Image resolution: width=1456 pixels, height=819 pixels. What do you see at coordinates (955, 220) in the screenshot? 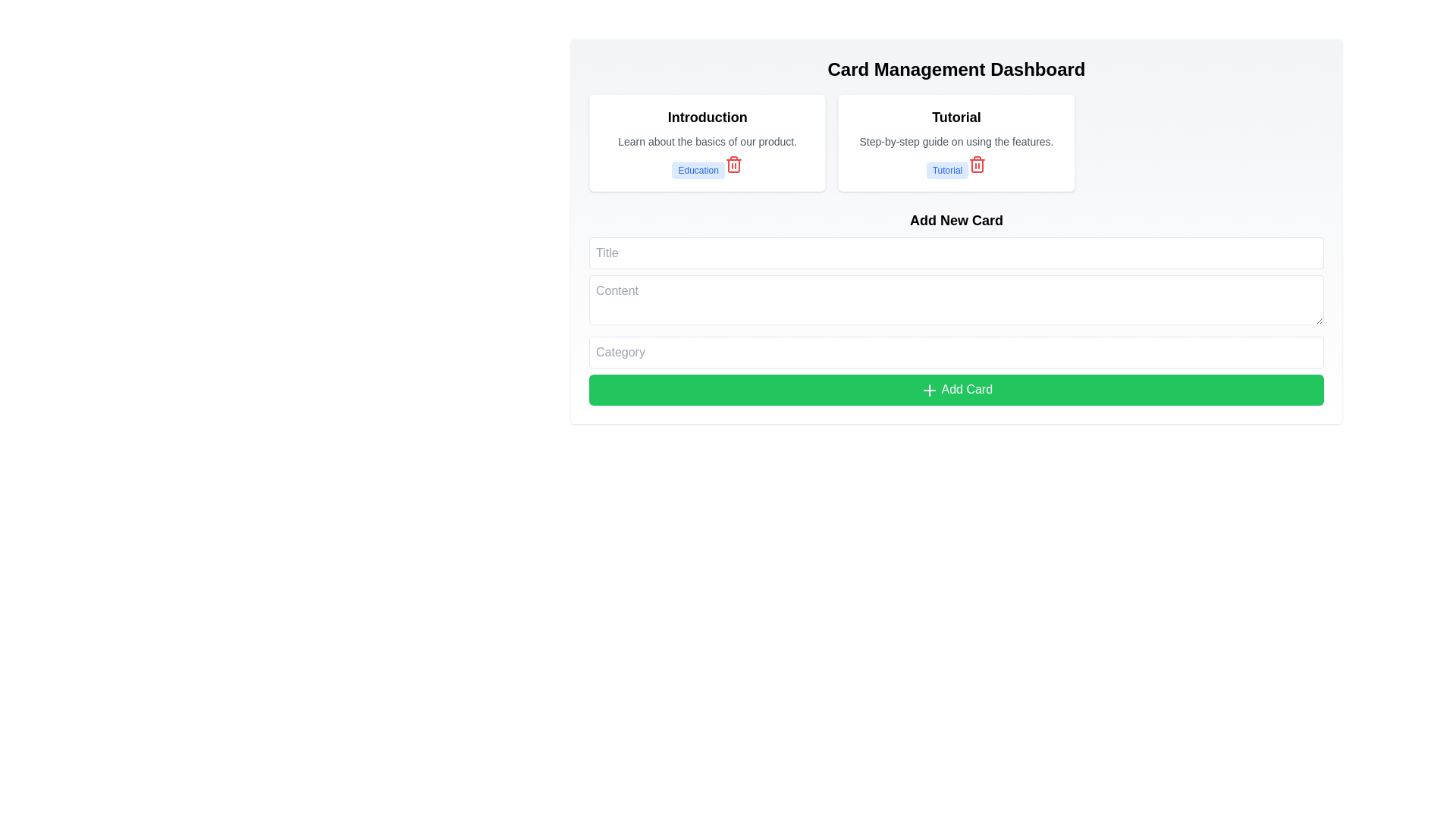
I see `the static text header that serves as an instruction for adding new cards, located centrally above the input fields for 'Title', 'Content', and 'Category'` at bounding box center [955, 220].